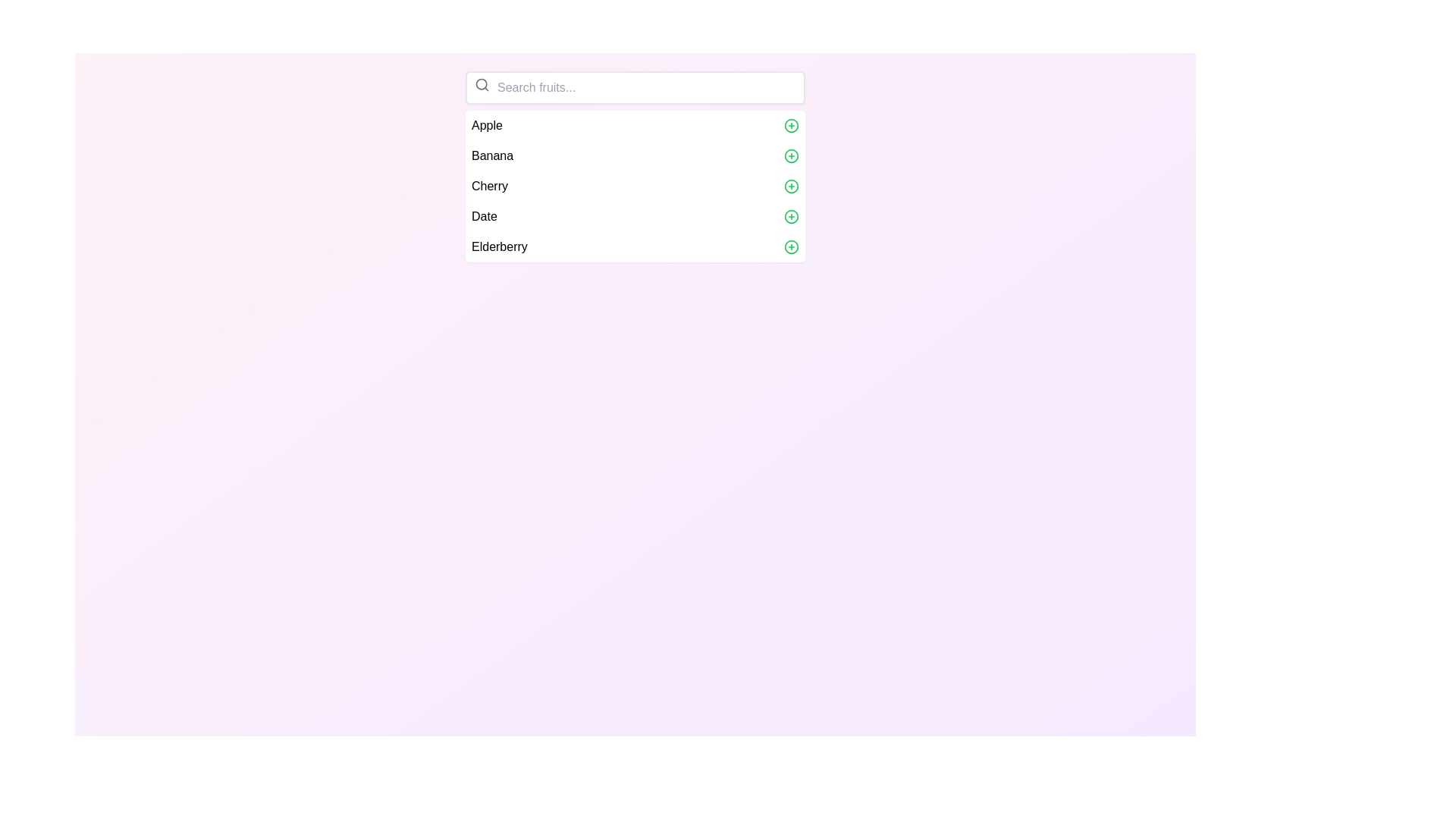 Image resolution: width=1456 pixels, height=819 pixels. Describe the element at coordinates (790, 186) in the screenshot. I see `the 'Add' or 'Expand' button located to the right of the text 'Cherry'` at that location.